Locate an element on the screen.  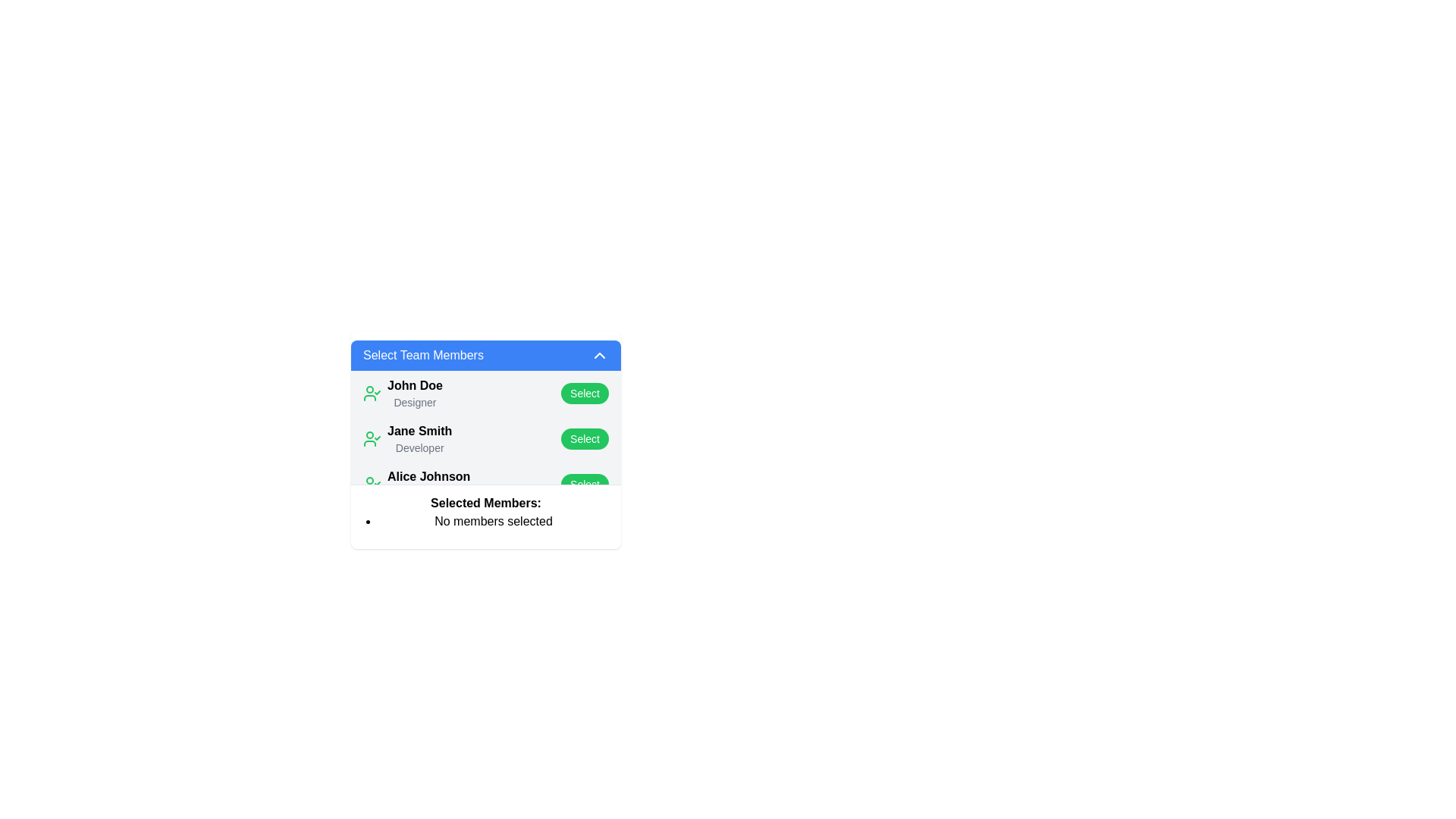
the text label displaying 'Developer', which is located below 'Jane Smith' and above the 'Select' button is located at coordinates (419, 447).